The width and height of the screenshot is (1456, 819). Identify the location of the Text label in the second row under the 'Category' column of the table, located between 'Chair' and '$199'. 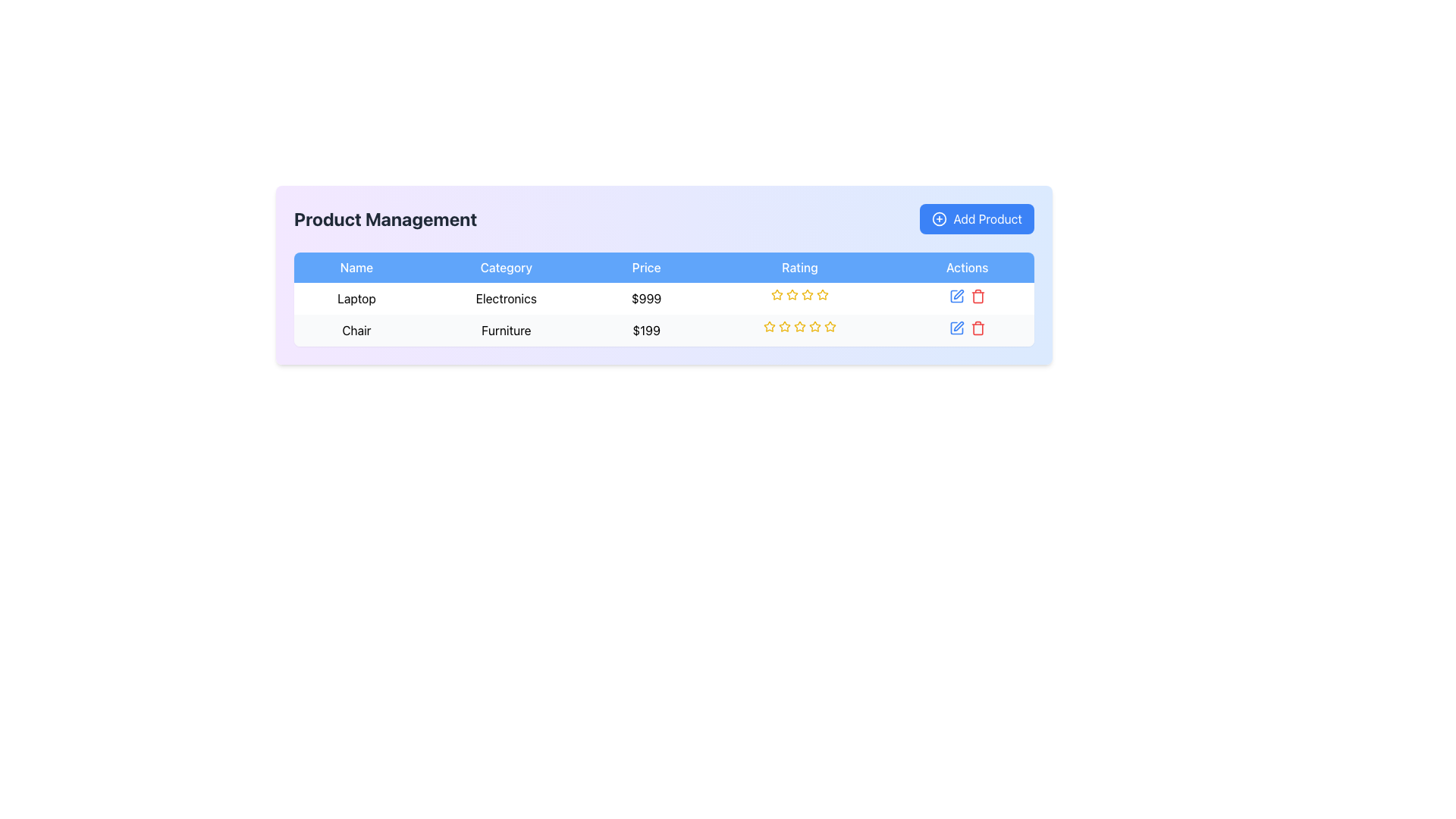
(506, 329).